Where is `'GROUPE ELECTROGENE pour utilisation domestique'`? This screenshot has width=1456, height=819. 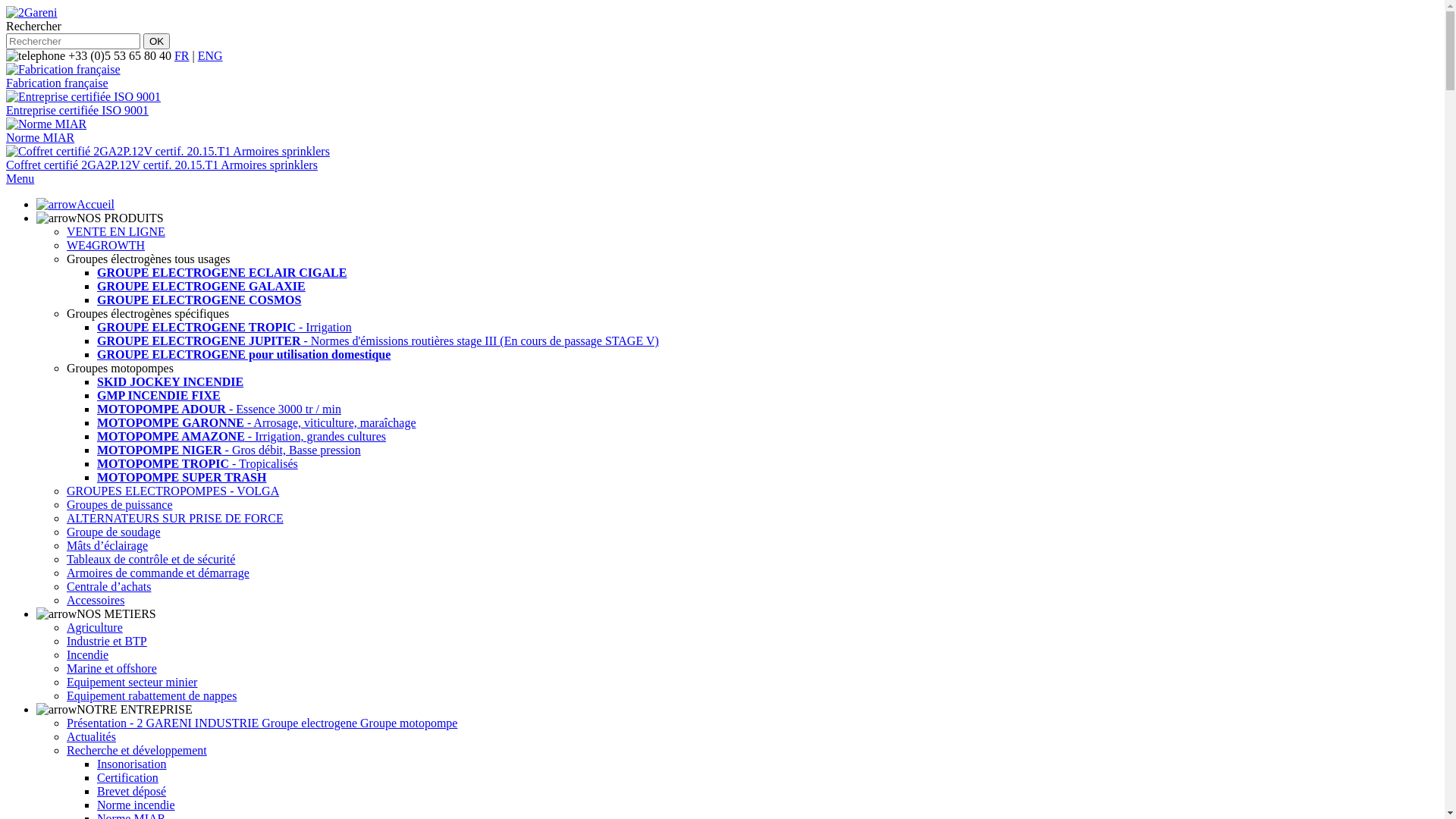 'GROUPE ELECTROGENE pour utilisation domestique' is located at coordinates (243, 354).